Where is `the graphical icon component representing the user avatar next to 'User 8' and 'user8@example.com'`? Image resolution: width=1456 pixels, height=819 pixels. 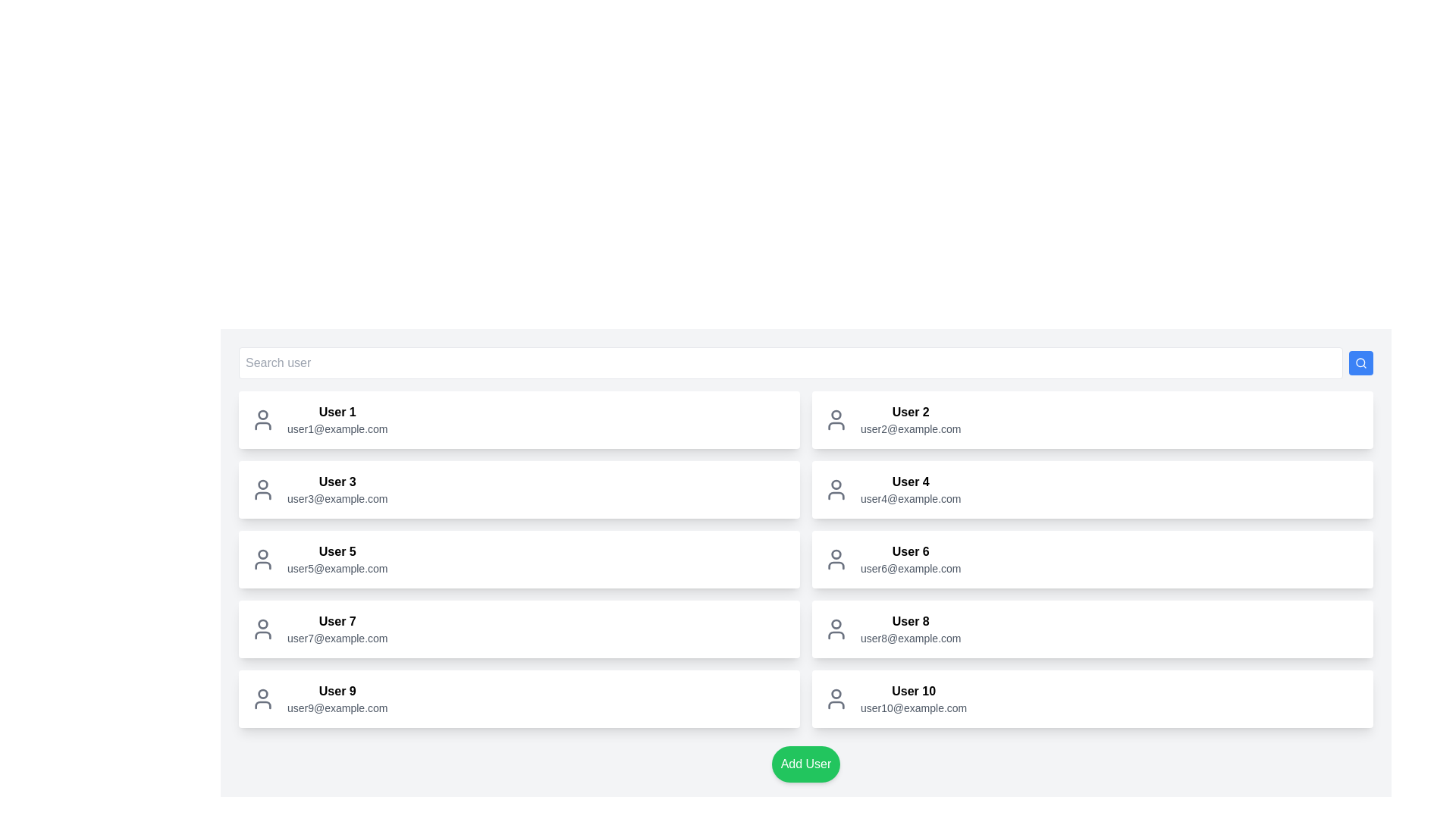
the graphical icon component representing the user avatar next to 'User 8' and 'user8@example.com' is located at coordinates (836, 623).